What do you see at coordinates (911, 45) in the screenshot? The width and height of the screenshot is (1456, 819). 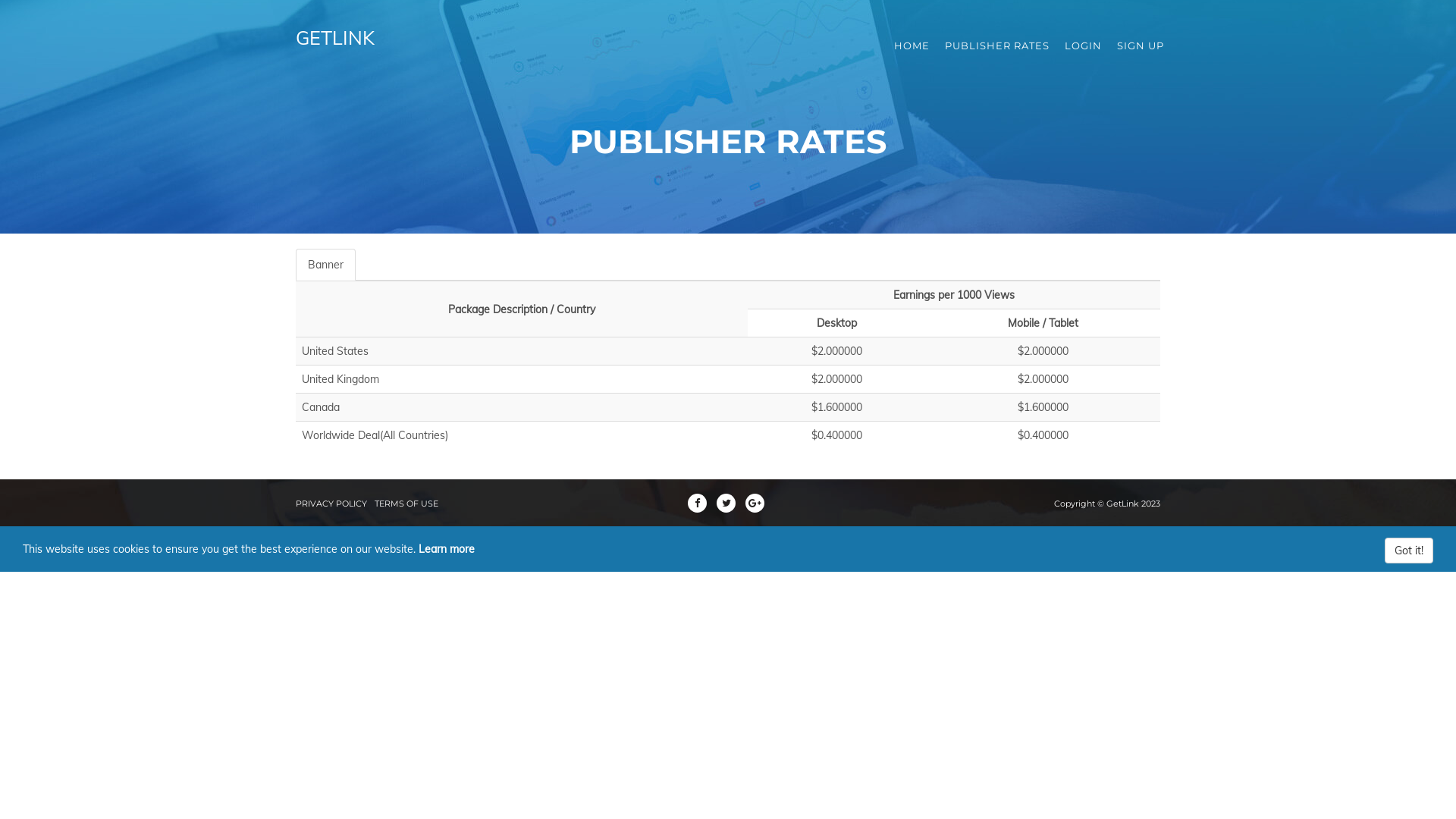 I see `'HOME'` at bounding box center [911, 45].